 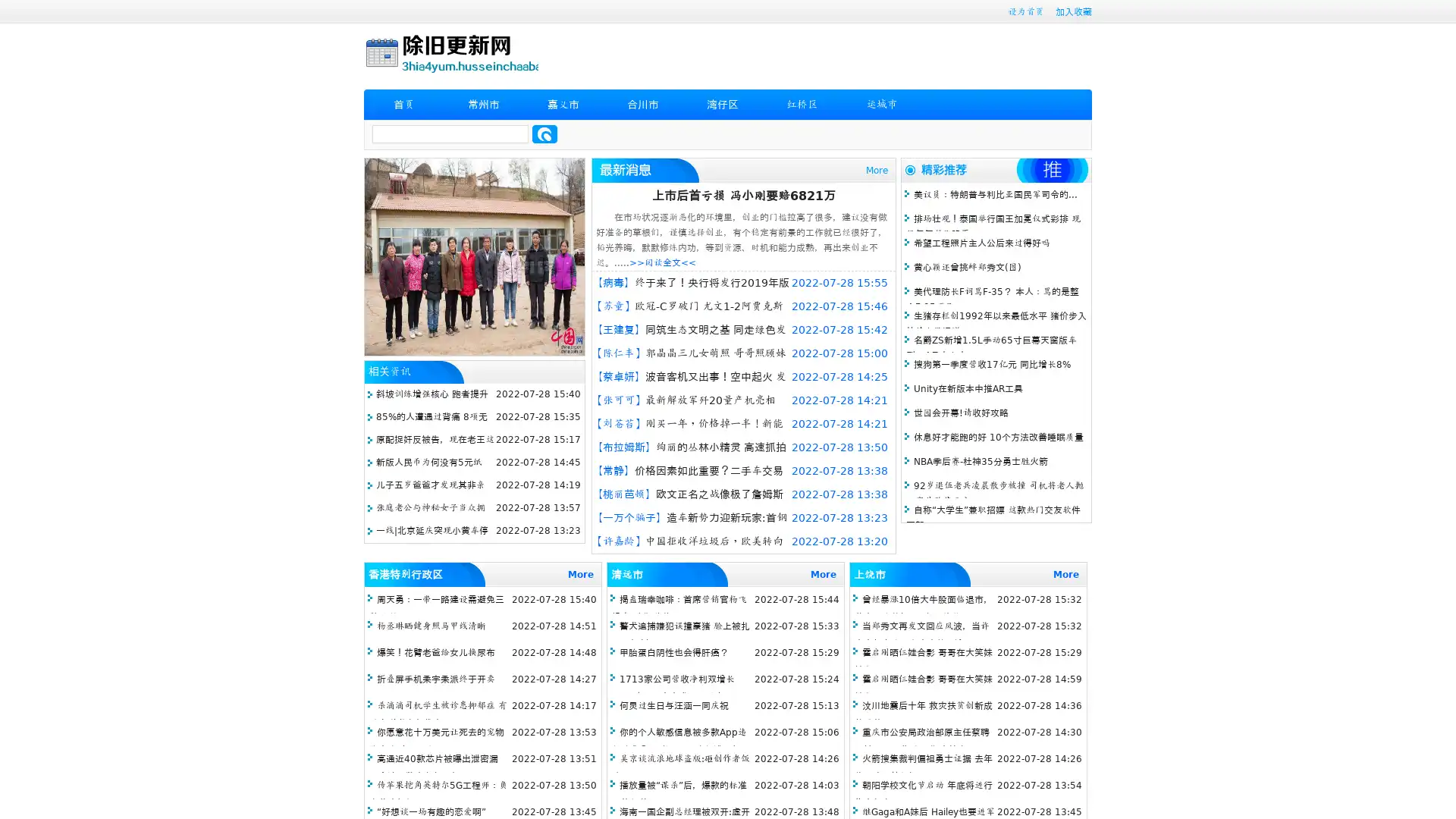 What do you see at coordinates (544, 133) in the screenshot?
I see `Search` at bounding box center [544, 133].